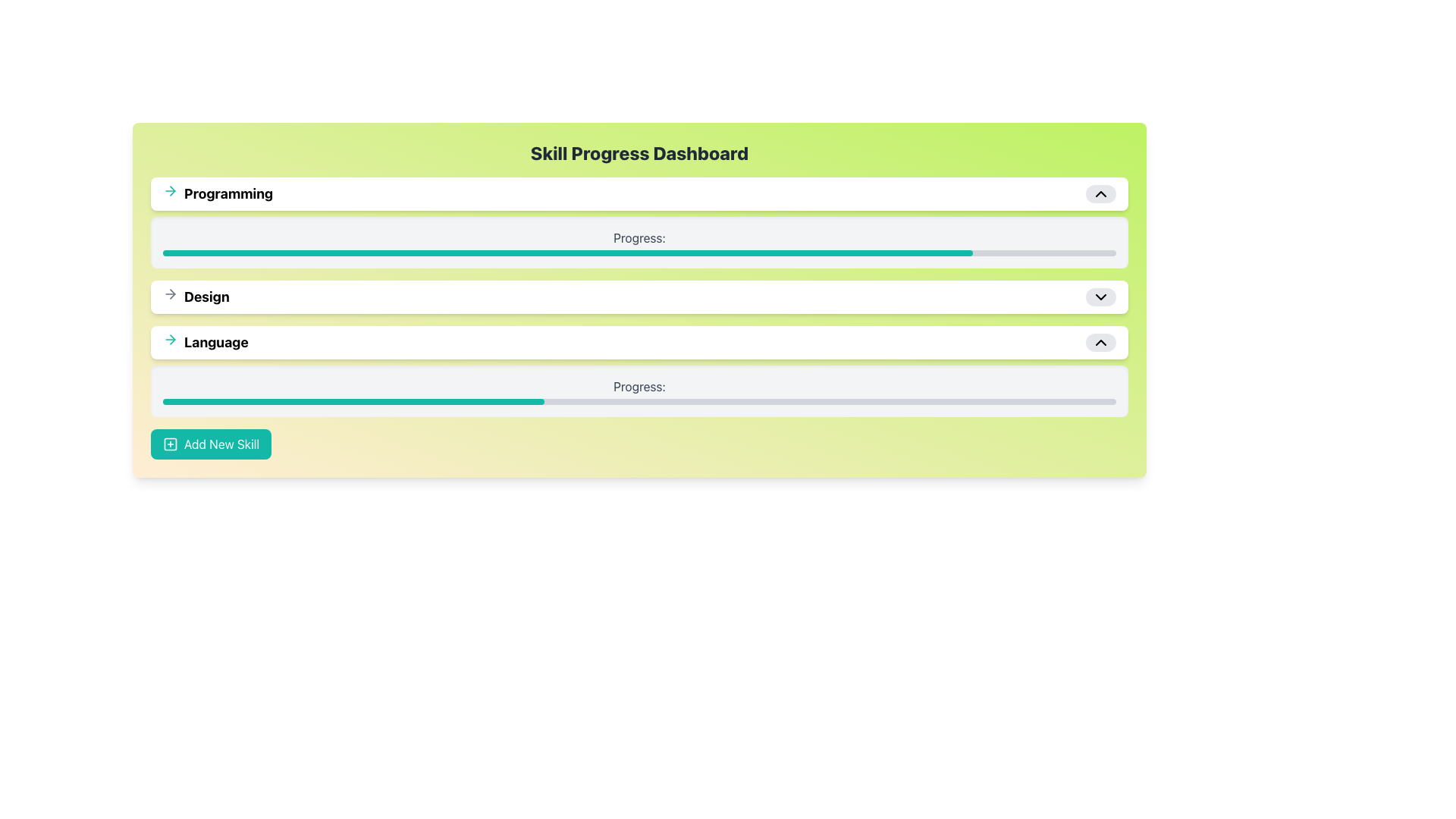 The image size is (1456, 819). What do you see at coordinates (1100, 342) in the screenshot?
I see `the upward-facing chevron icon located in the rightmost section of the 'Language' skill progress bar` at bounding box center [1100, 342].